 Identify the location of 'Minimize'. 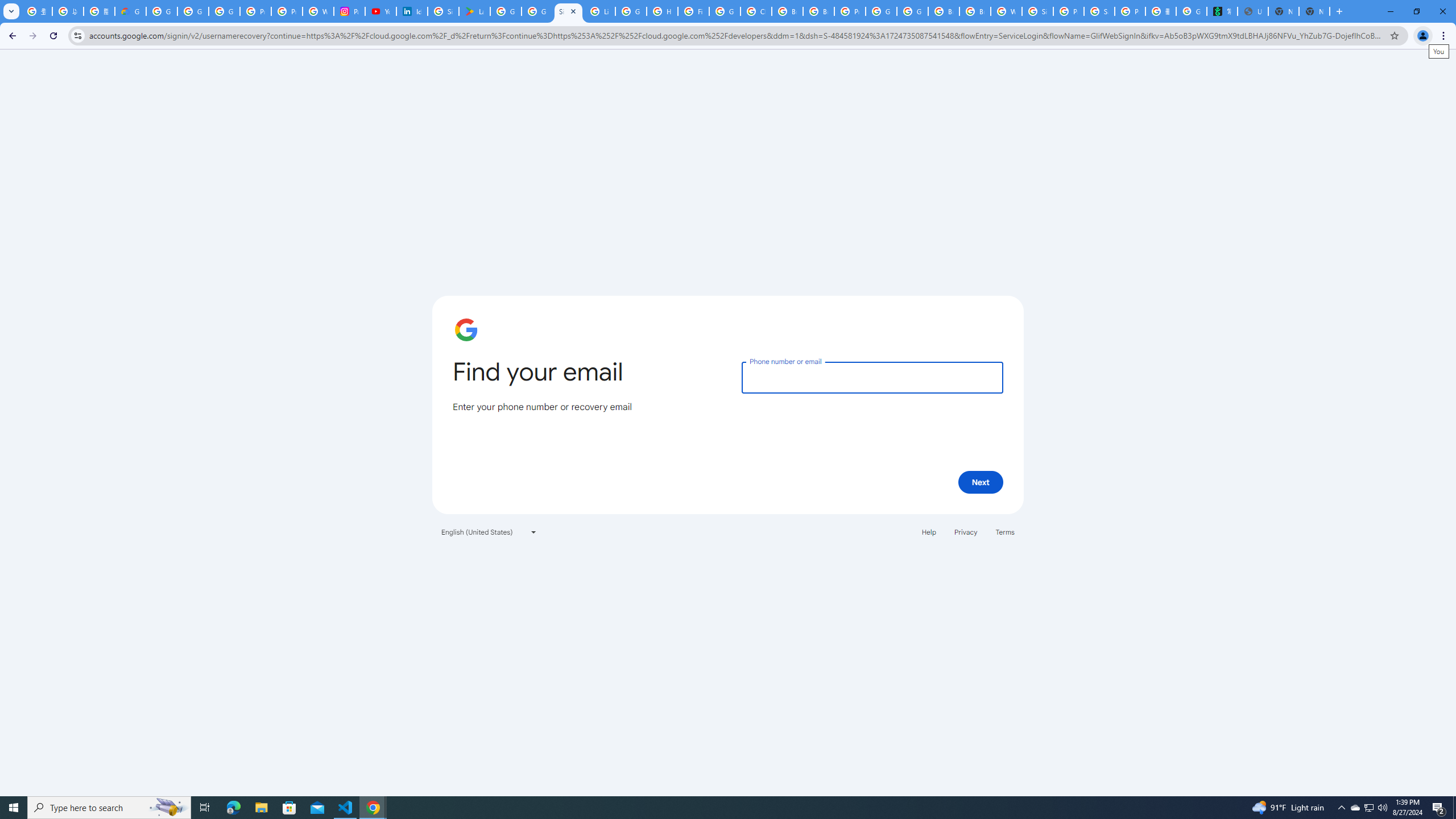
(1389, 11).